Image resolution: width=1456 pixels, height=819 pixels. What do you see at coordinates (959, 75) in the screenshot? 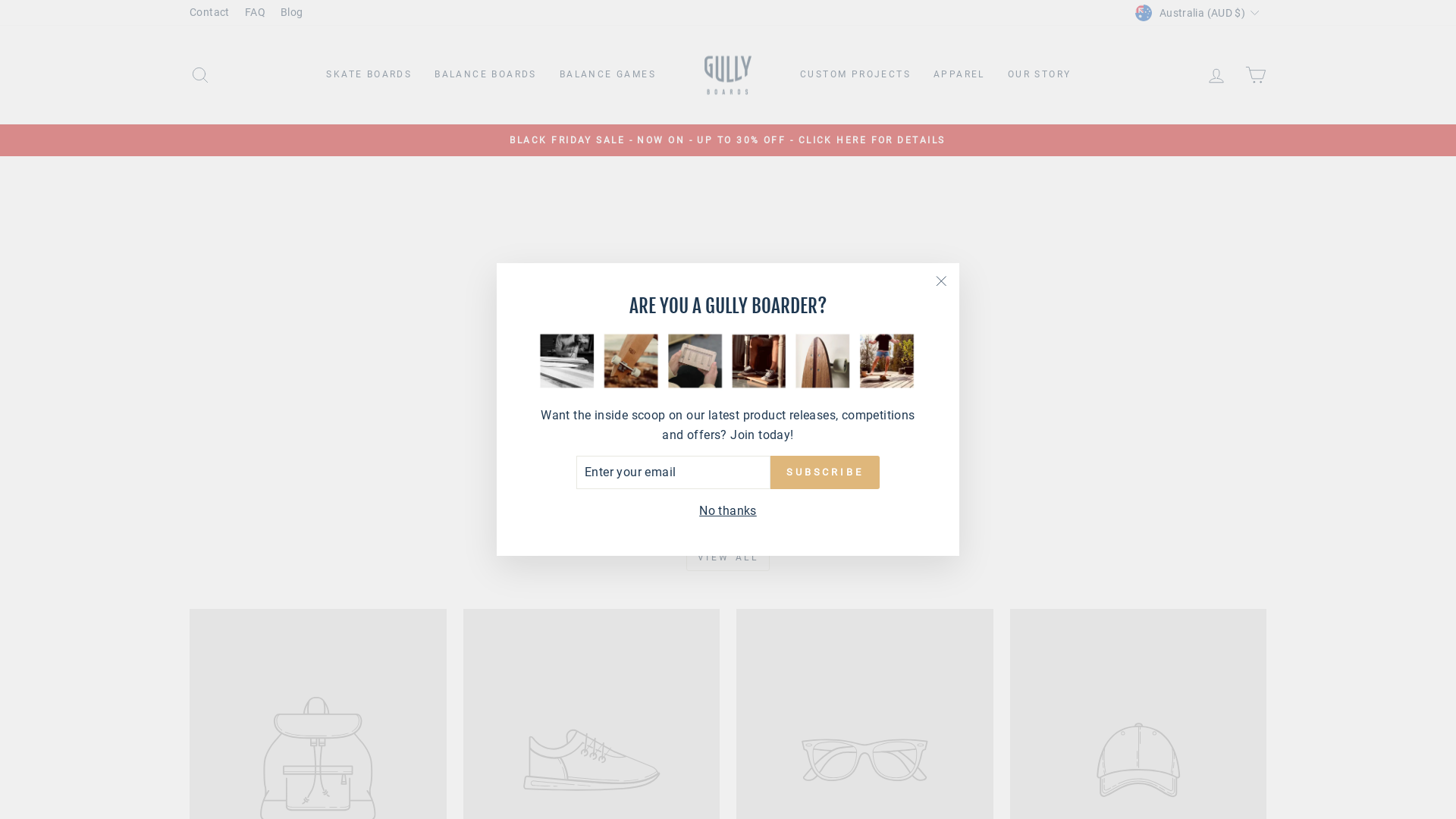
I see `'APPAREL'` at bounding box center [959, 75].